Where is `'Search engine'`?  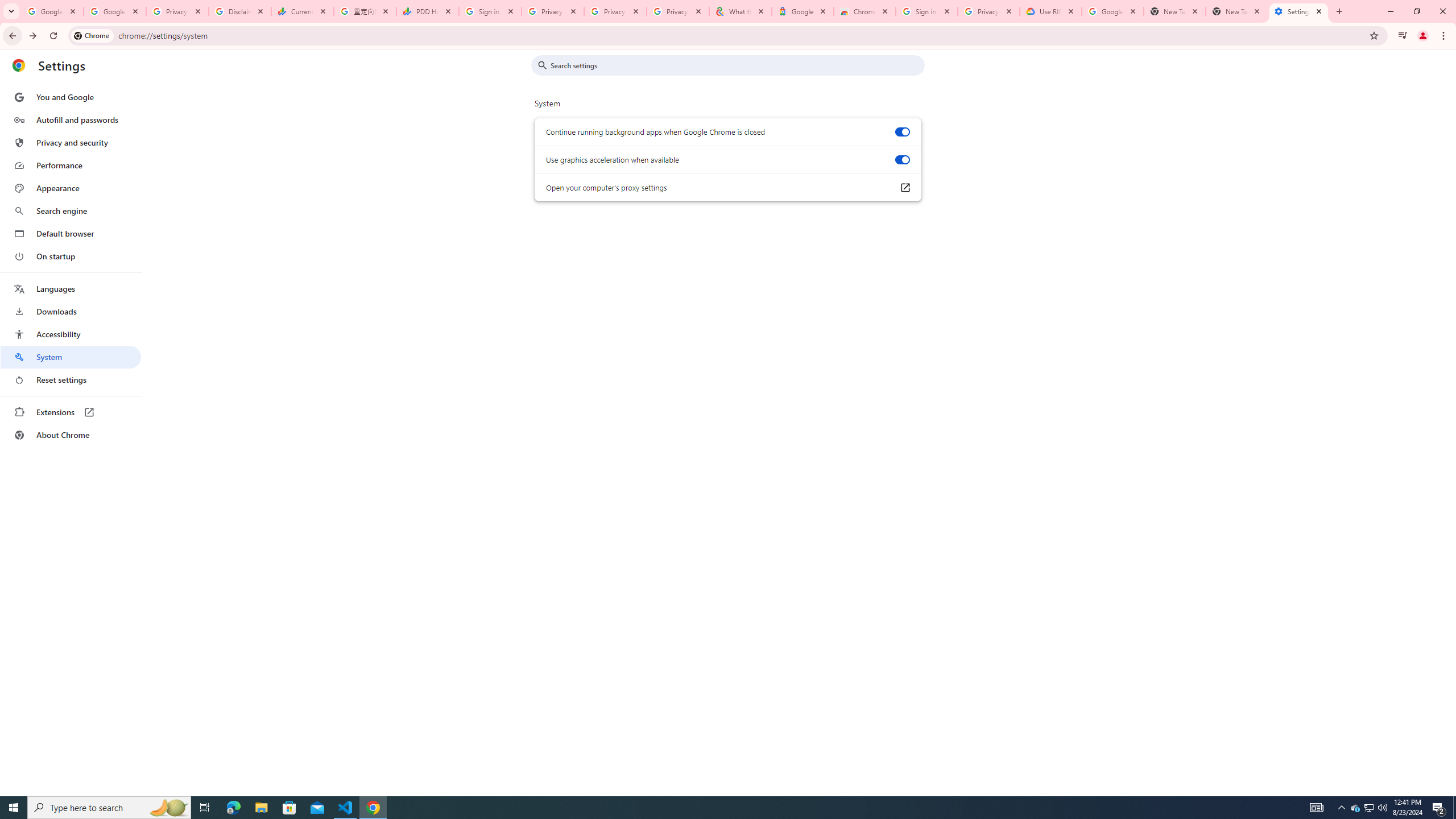
'Search engine' is located at coordinates (70, 211).